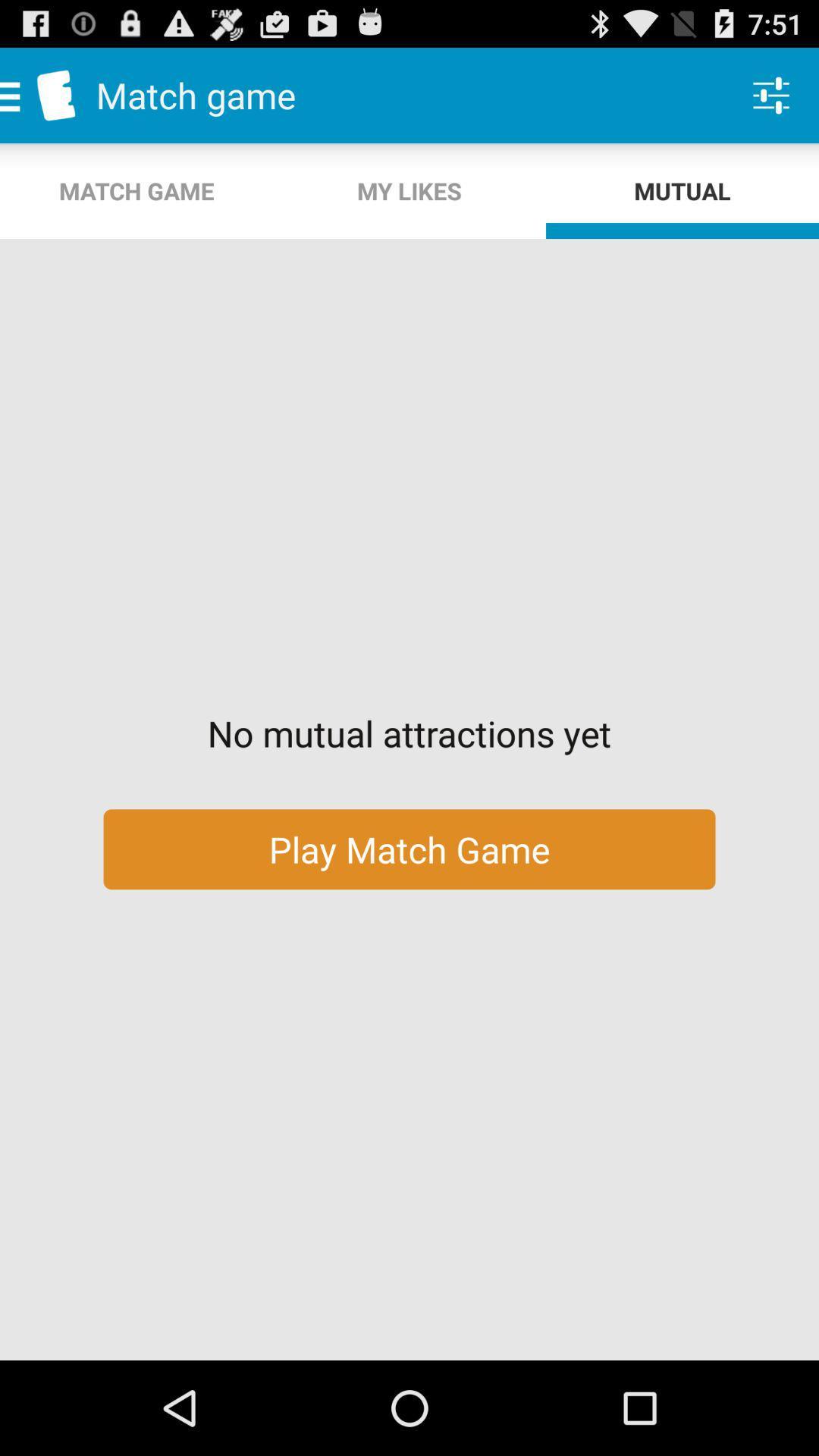 Image resolution: width=819 pixels, height=1456 pixels. I want to click on icon to the left of mutual, so click(409, 190).